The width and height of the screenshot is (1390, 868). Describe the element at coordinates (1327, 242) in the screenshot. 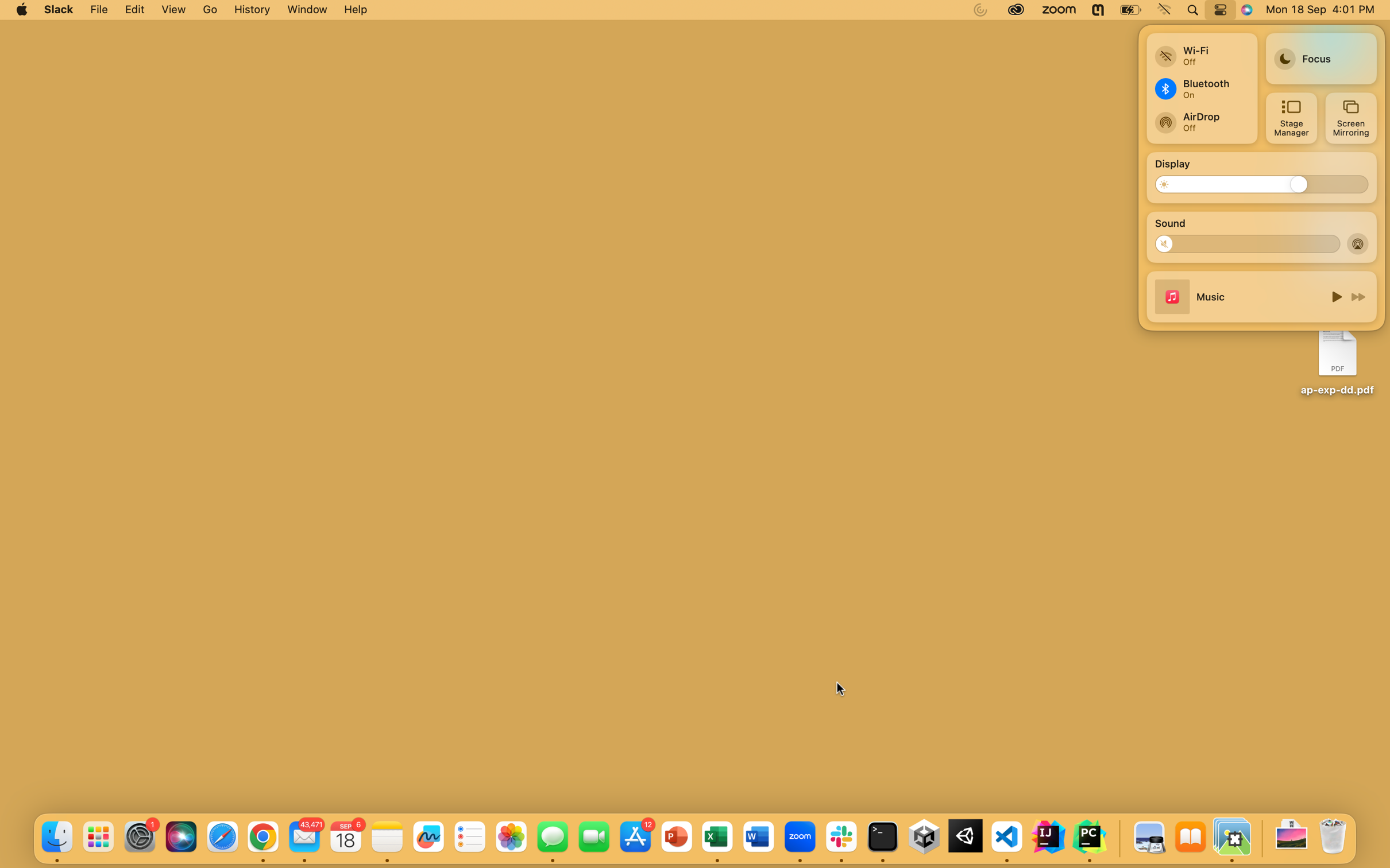

I see `the audio level to the maximum possible` at that location.